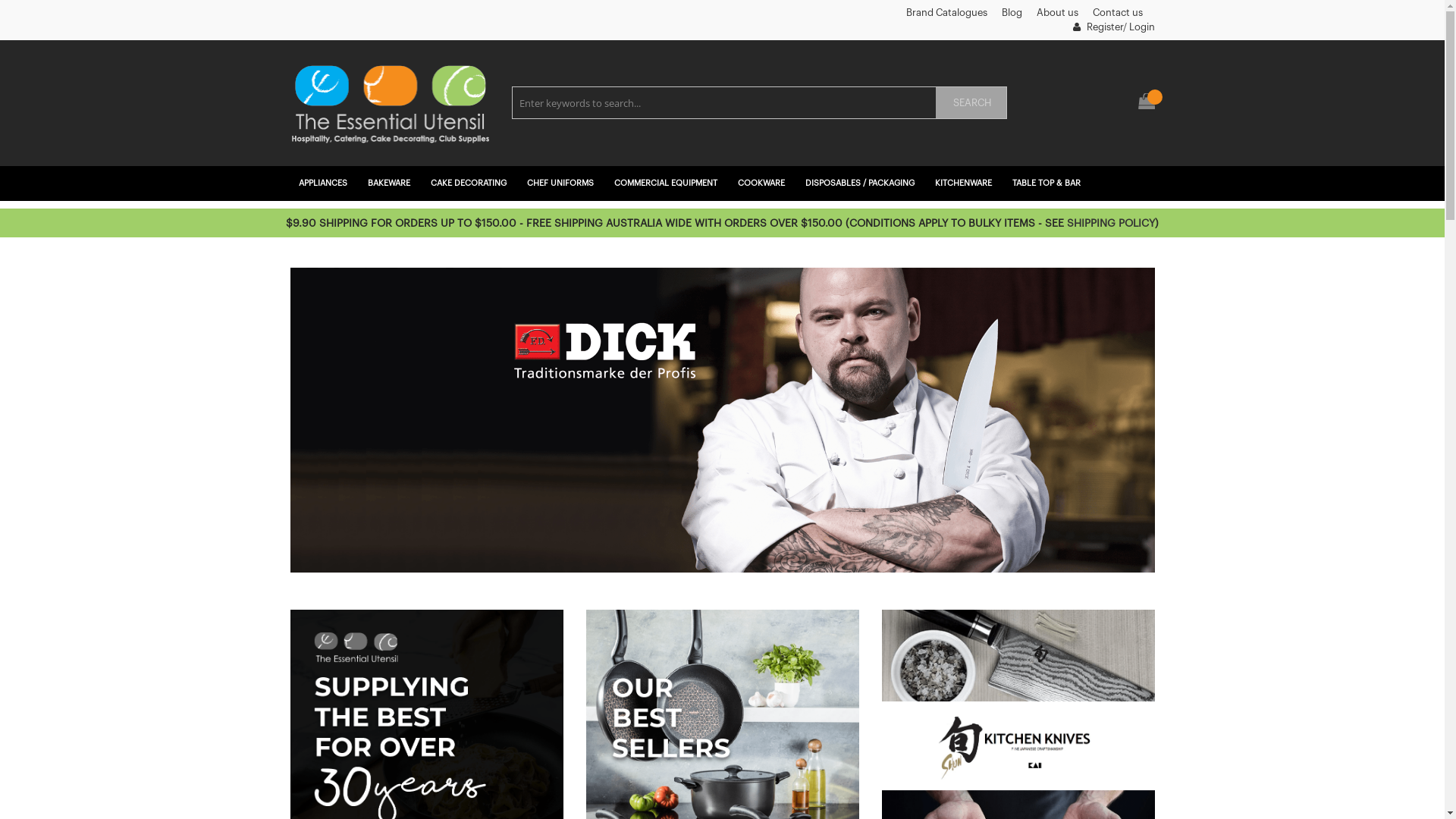  What do you see at coordinates (1056, 12) in the screenshot?
I see `'About us'` at bounding box center [1056, 12].